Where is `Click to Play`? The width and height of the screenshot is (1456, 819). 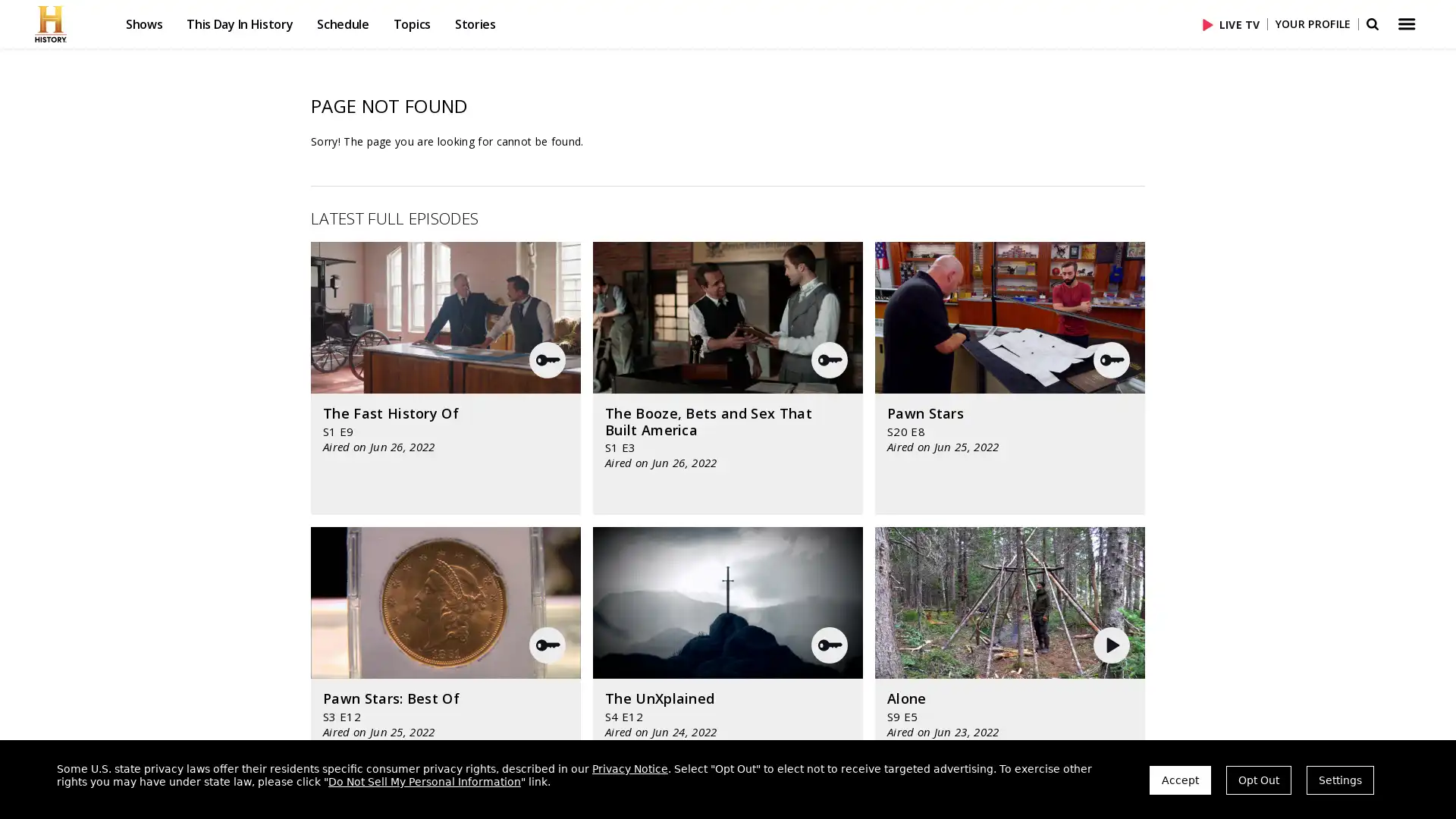
Click to Play is located at coordinates (1210, 24).